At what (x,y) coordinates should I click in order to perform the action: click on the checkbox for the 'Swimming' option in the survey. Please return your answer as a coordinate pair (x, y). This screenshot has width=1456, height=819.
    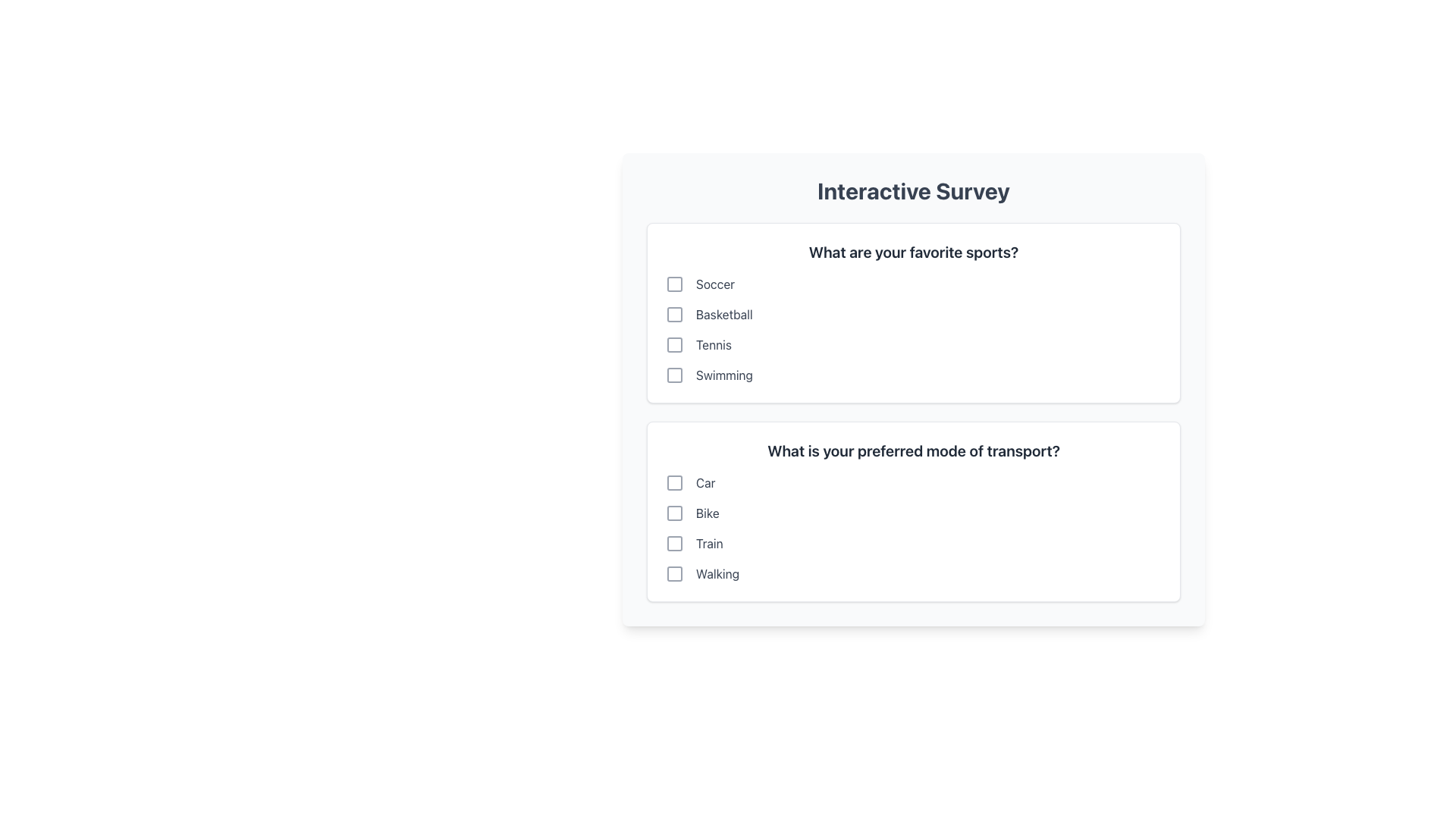
    Looking at the image, I should click on (673, 375).